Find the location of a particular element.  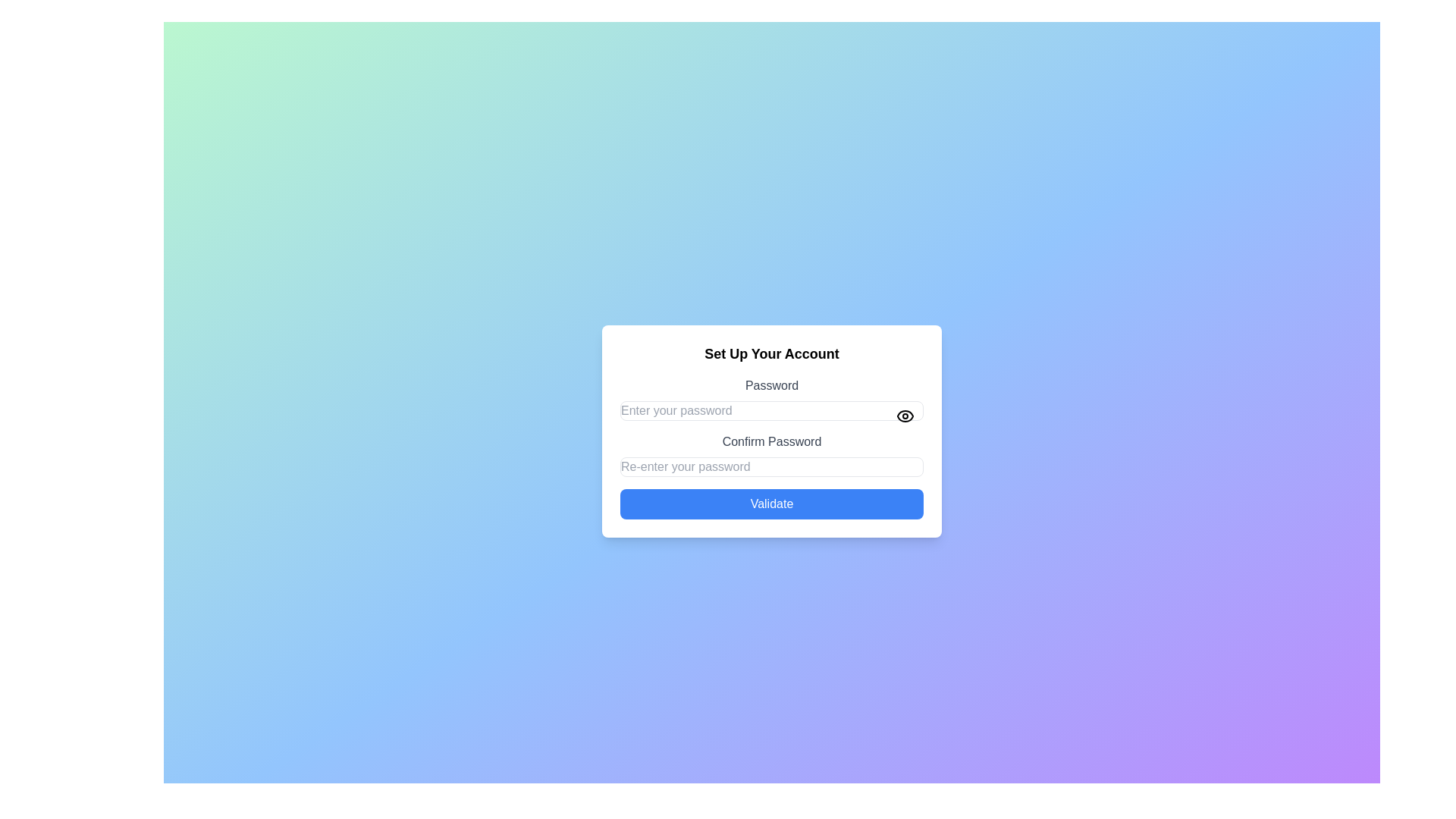

the toggle visibility button located at the top right corner of the 'Enter your password' input field by is located at coordinates (905, 416).